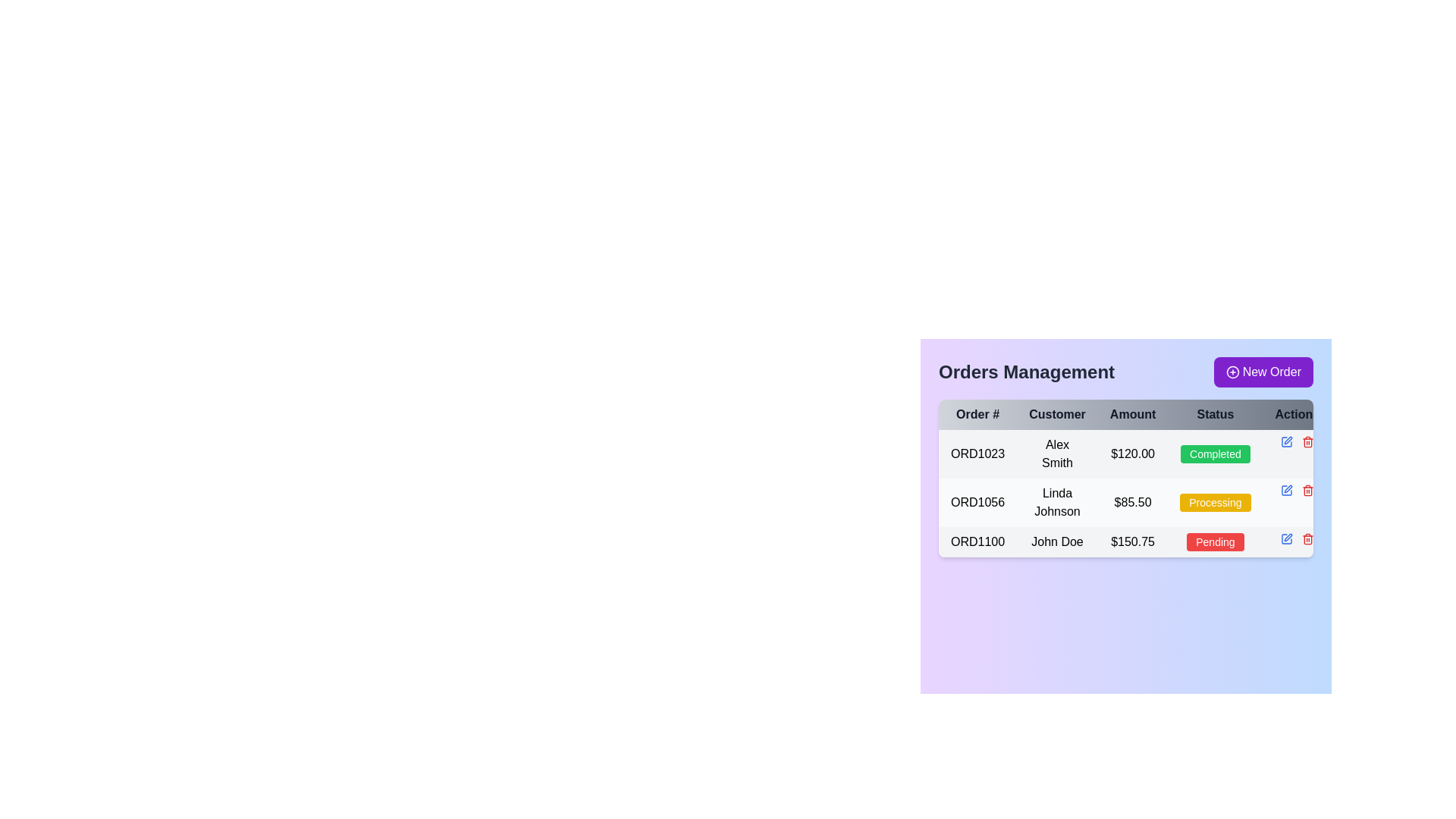 The width and height of the screenshot is (1456, 819). What do you see at coordinates (1295, 441) in the screenshot?
I see `the red trash can icon in the action column of the order ORD1023` at bounding box center [1295, 441].